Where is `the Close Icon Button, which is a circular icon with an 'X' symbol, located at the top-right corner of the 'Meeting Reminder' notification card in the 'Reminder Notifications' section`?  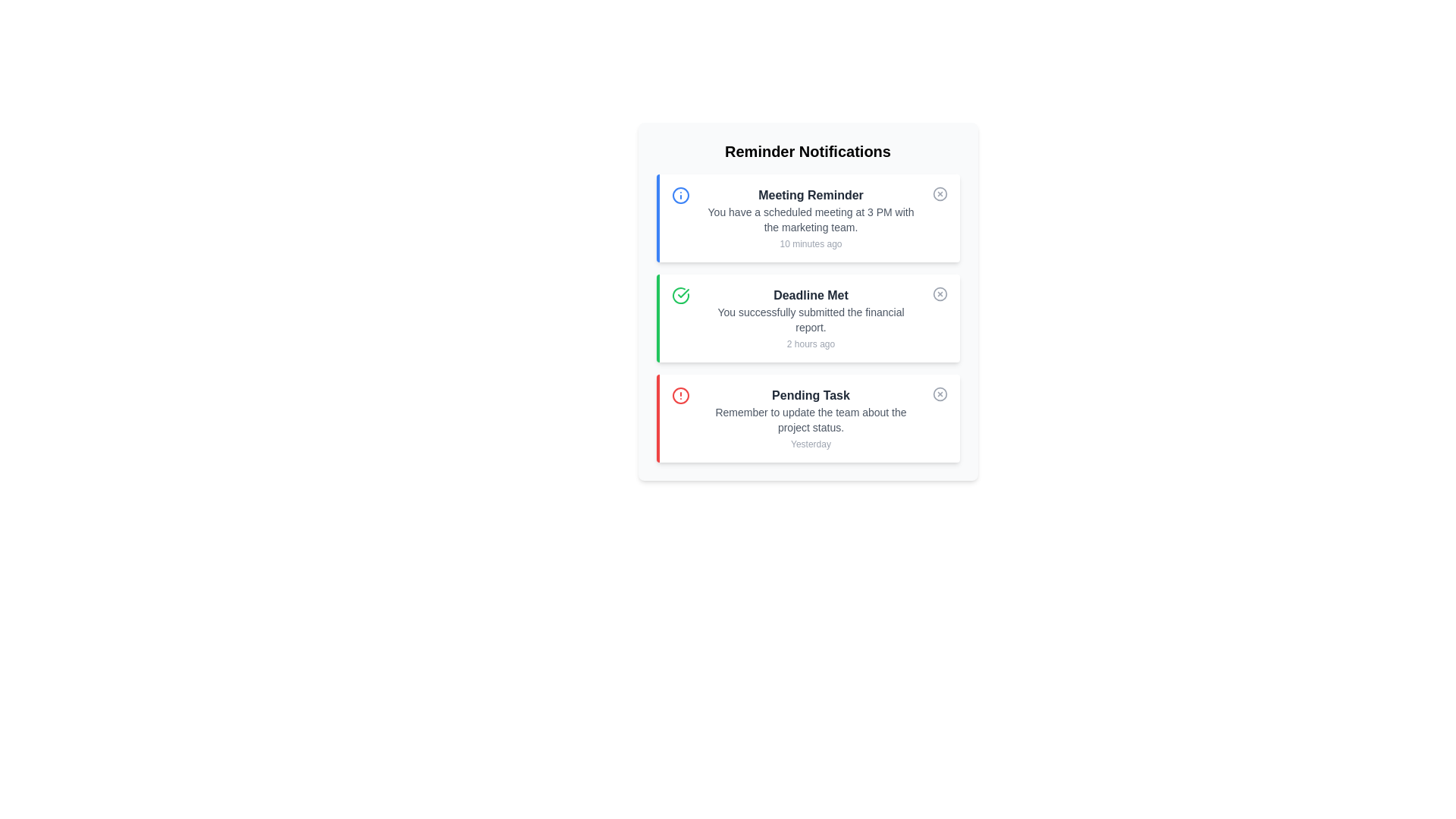 the Close Icon Button, which is a circular icon with an 'X' symbol, located at the top-right corner of the 'Meeting Reminder' notification card in the 'Reminder Notifications' section is located at coordinates (939, 193).